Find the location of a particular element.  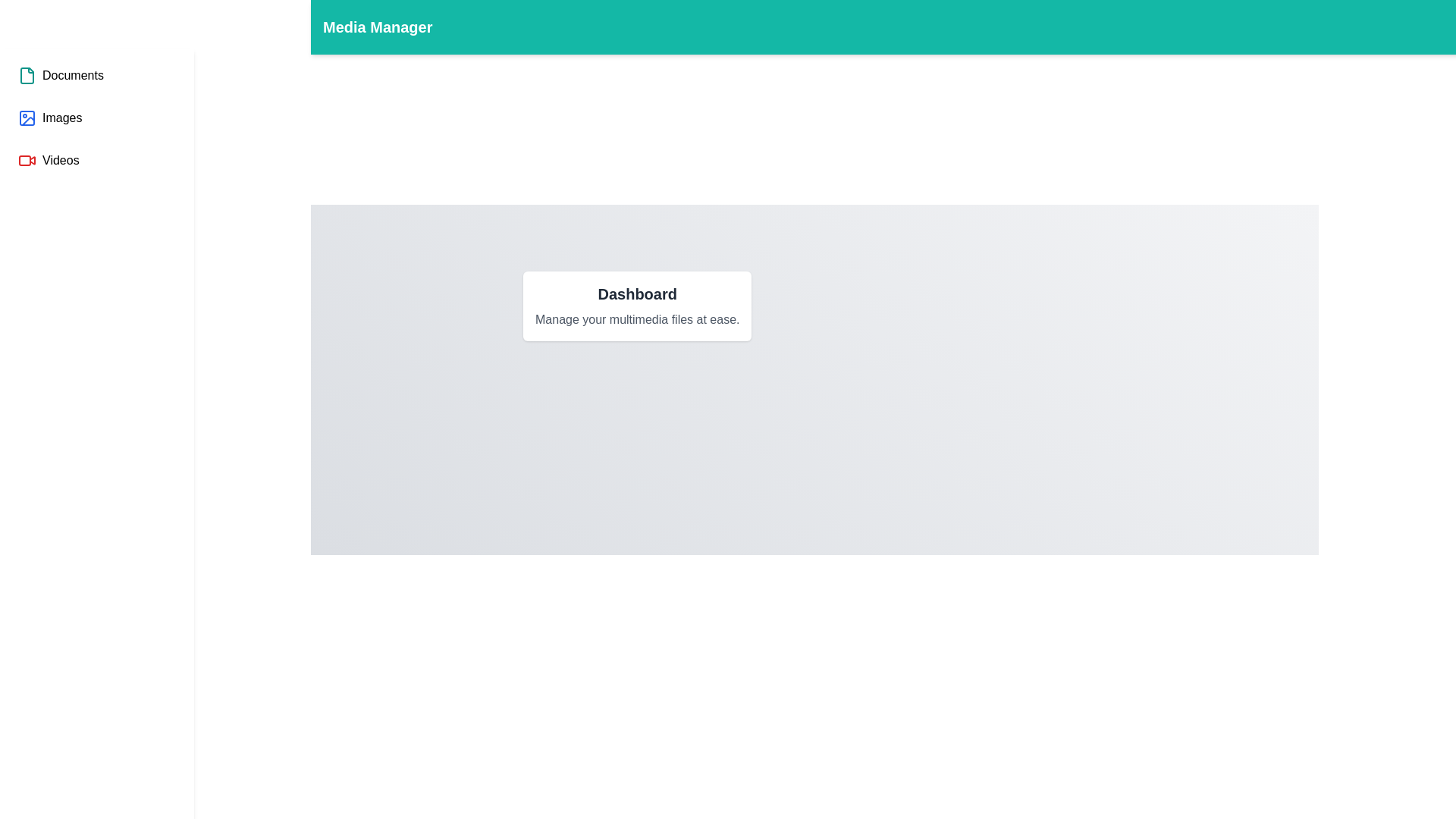

the 'Images' button, which is the second item in the vertical menu list on the left side is located at coordinates (50, 117).